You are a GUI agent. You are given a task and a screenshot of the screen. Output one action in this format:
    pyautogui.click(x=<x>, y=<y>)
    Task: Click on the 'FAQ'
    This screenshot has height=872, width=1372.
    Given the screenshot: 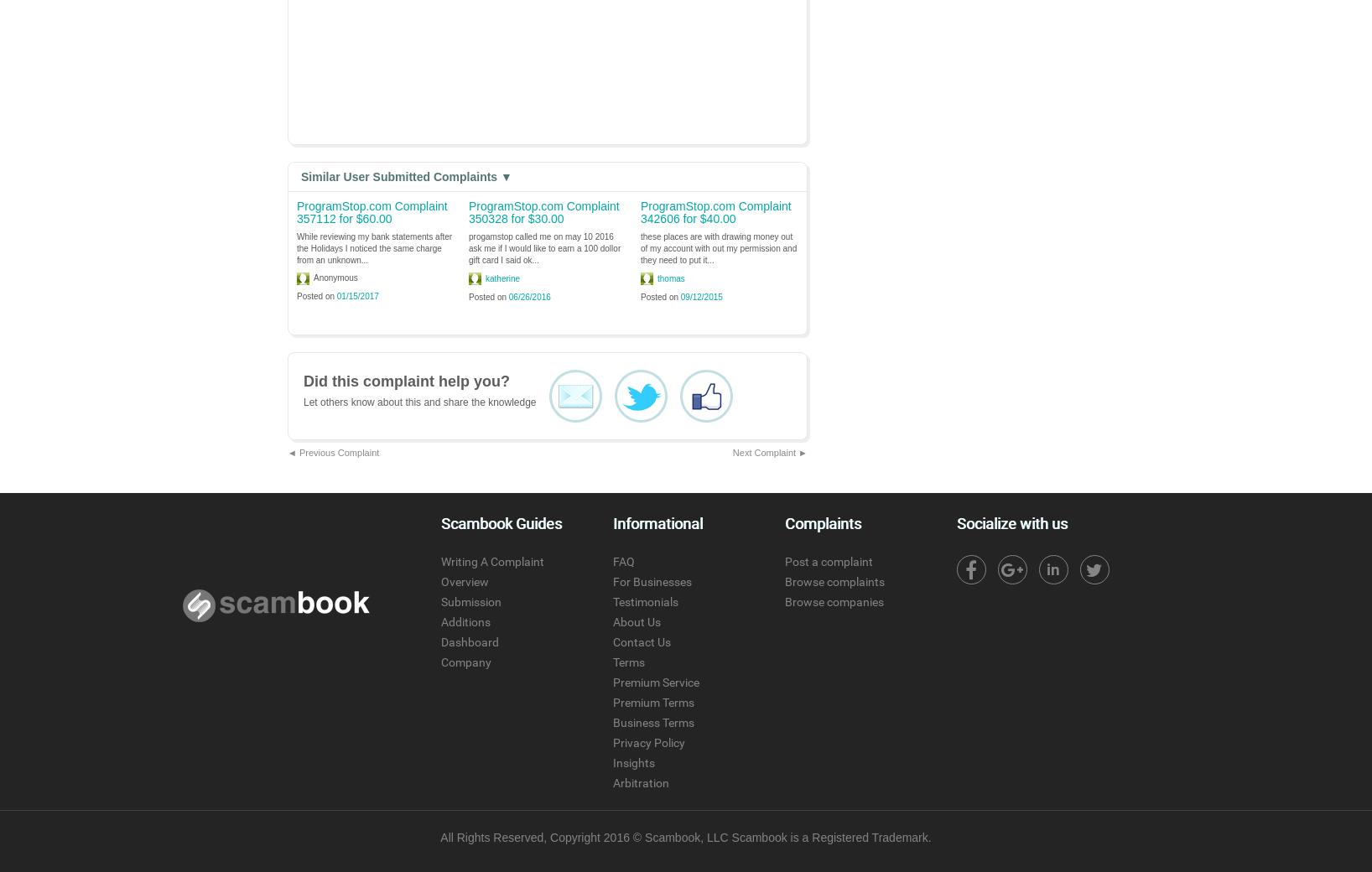 What is the action you would take?
    pyautogui.click(x=622, y=561)
    